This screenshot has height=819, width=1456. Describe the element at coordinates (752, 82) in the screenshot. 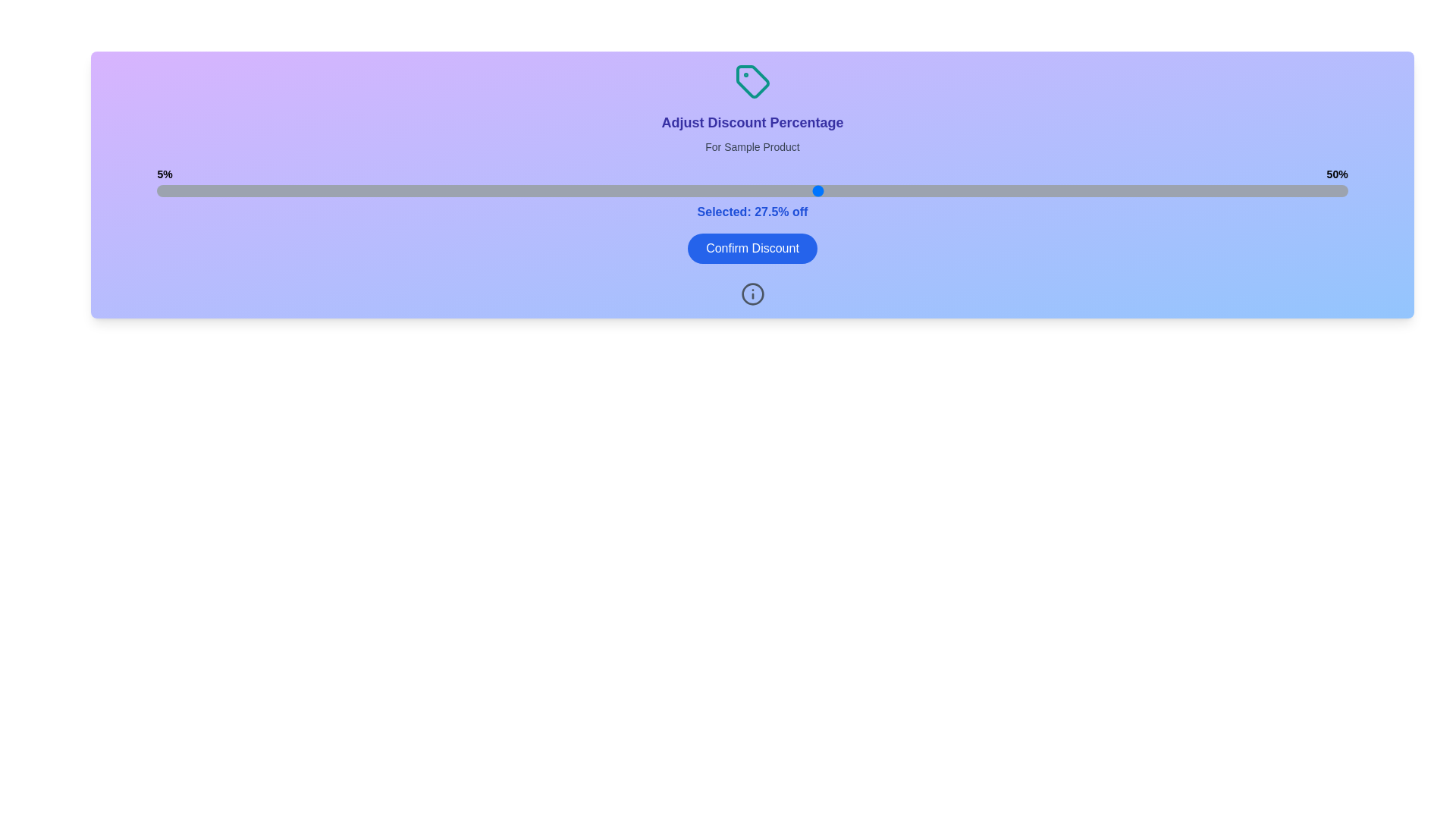

I see `the prominent tag-shaped icon with a teal stroke located at the top of the card interface, above the title 'Adjust Discount Percentage.'` at that location.